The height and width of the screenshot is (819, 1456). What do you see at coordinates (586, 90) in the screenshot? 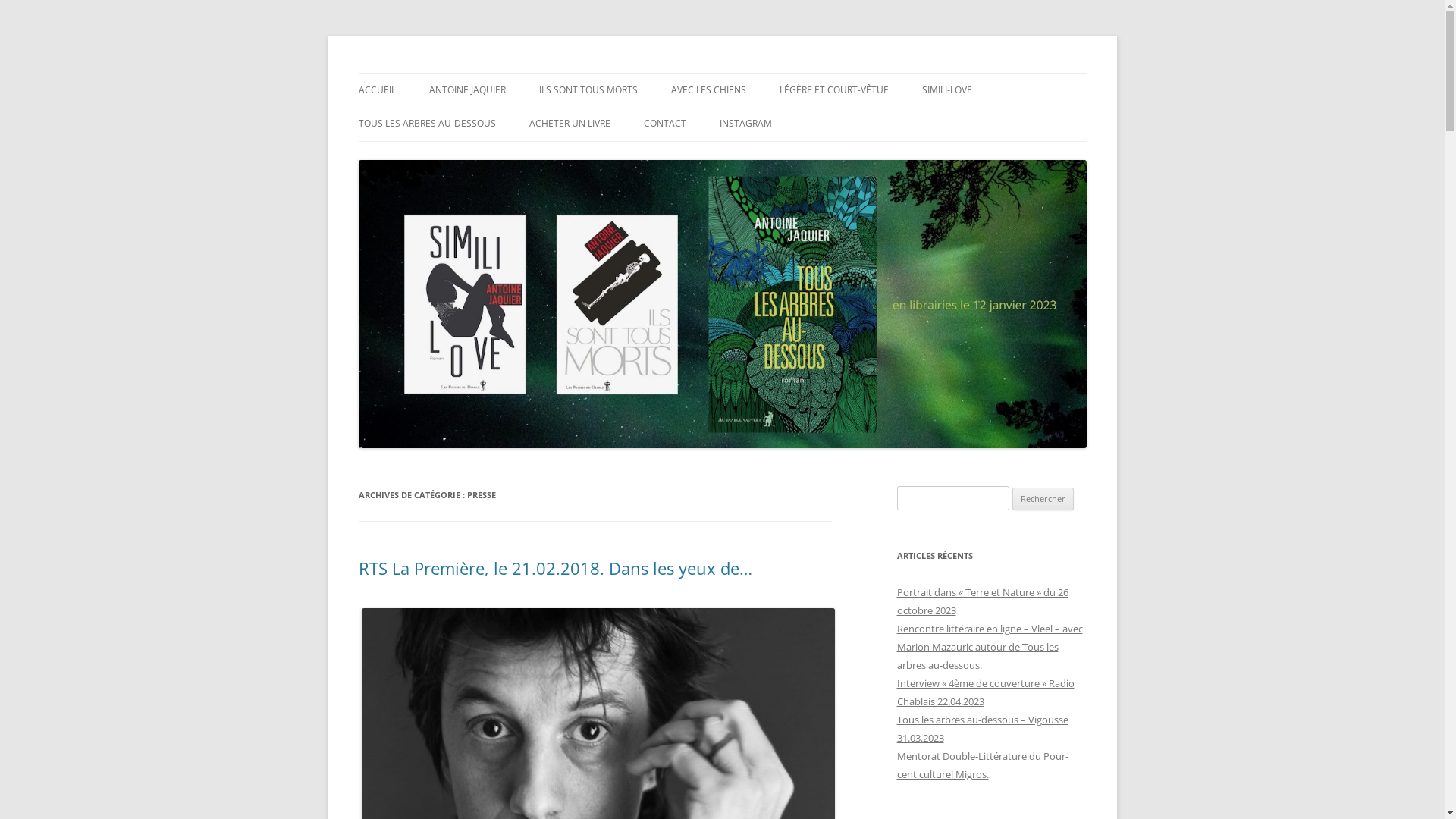
I see `'ILS SONT TOUS MORTS'` at bounding box center [586, 90].